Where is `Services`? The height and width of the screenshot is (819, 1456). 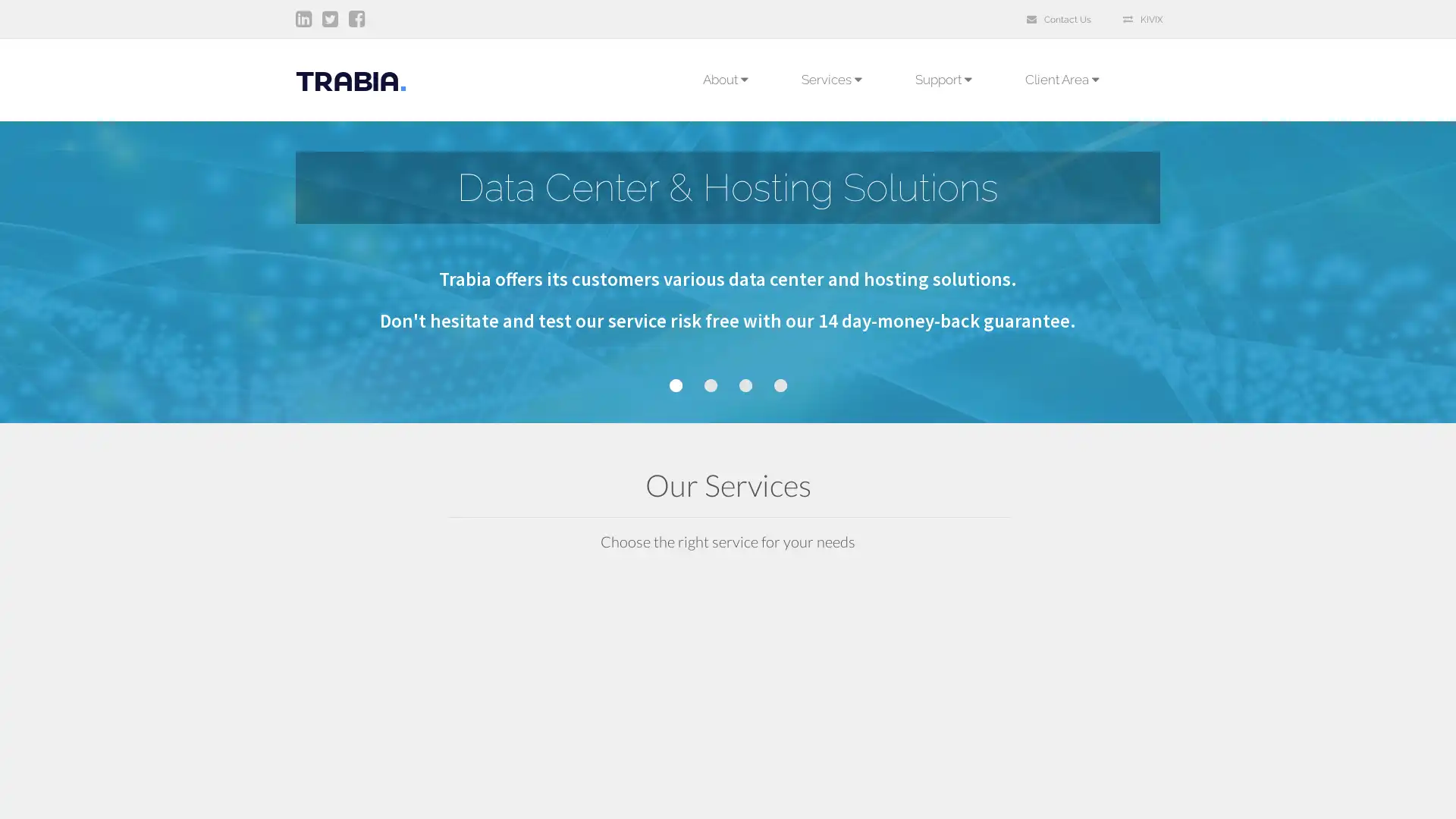
Services is located at coordinates (831, 79).